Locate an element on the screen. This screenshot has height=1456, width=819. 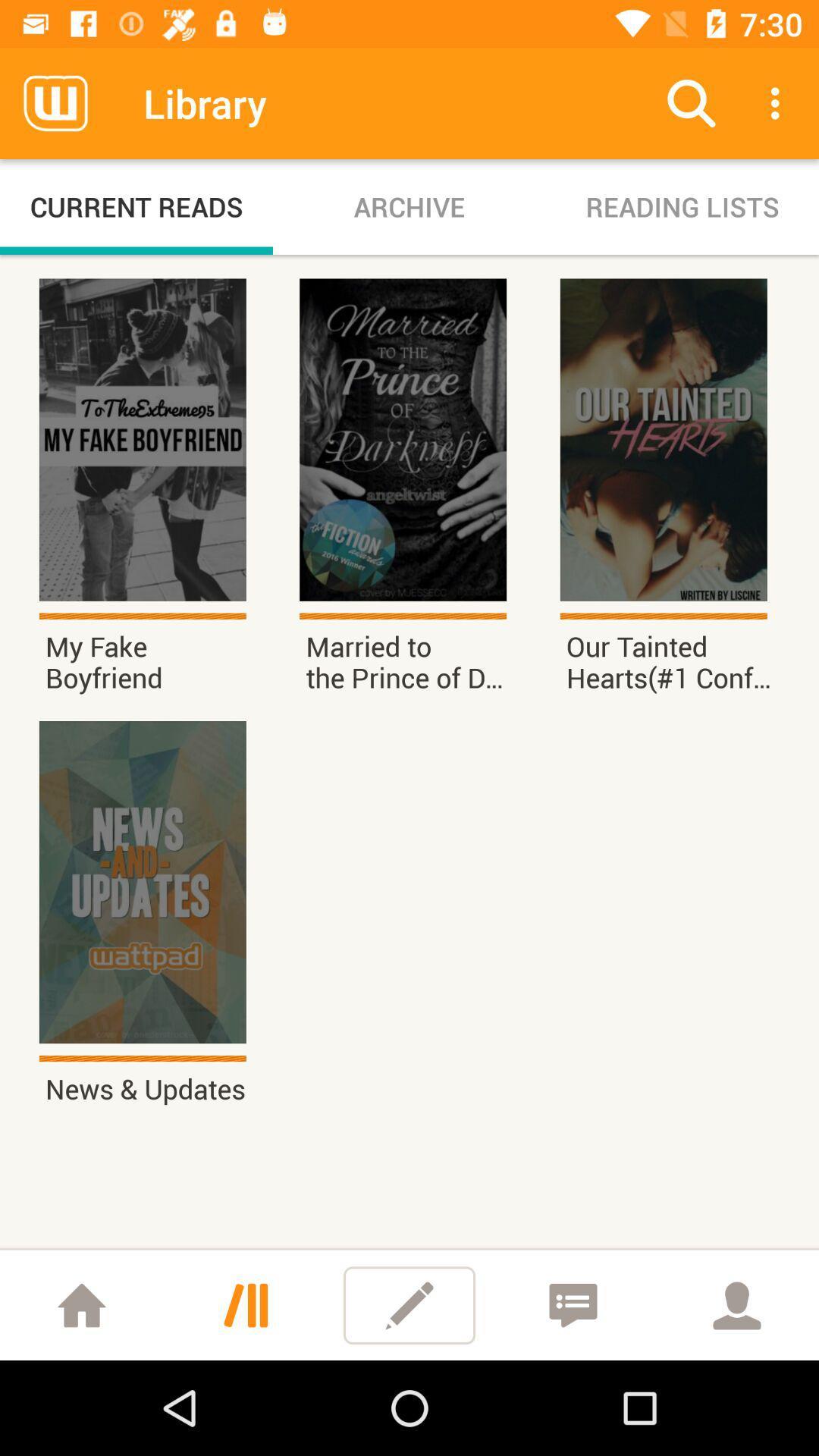
the icon to the left of archive is located at coordinates (136, 206).